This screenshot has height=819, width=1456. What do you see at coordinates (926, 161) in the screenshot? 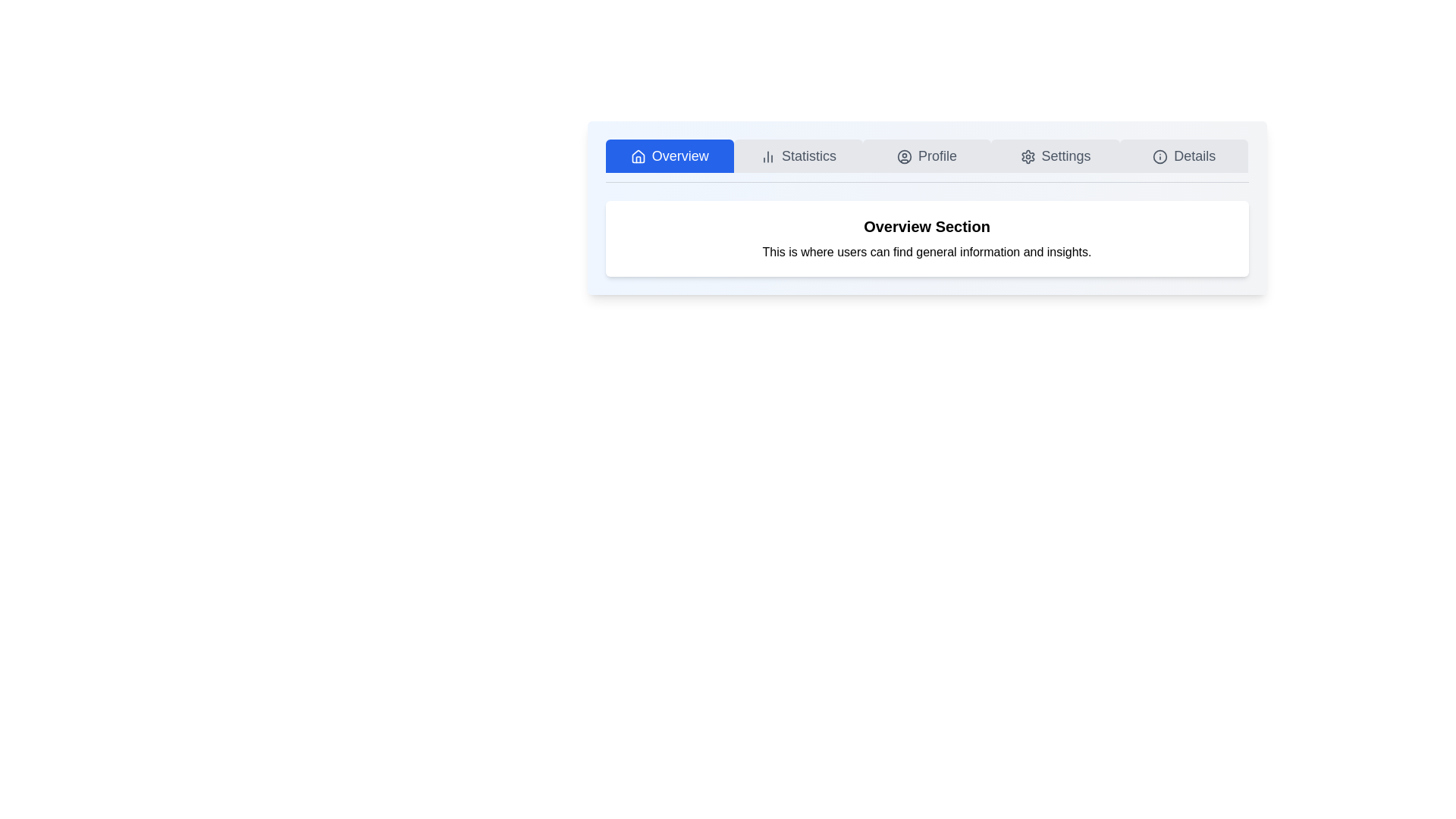
I see `the 'Profile' tab, which is the third tab in the navigation bar` at bounding box center [926, 161].